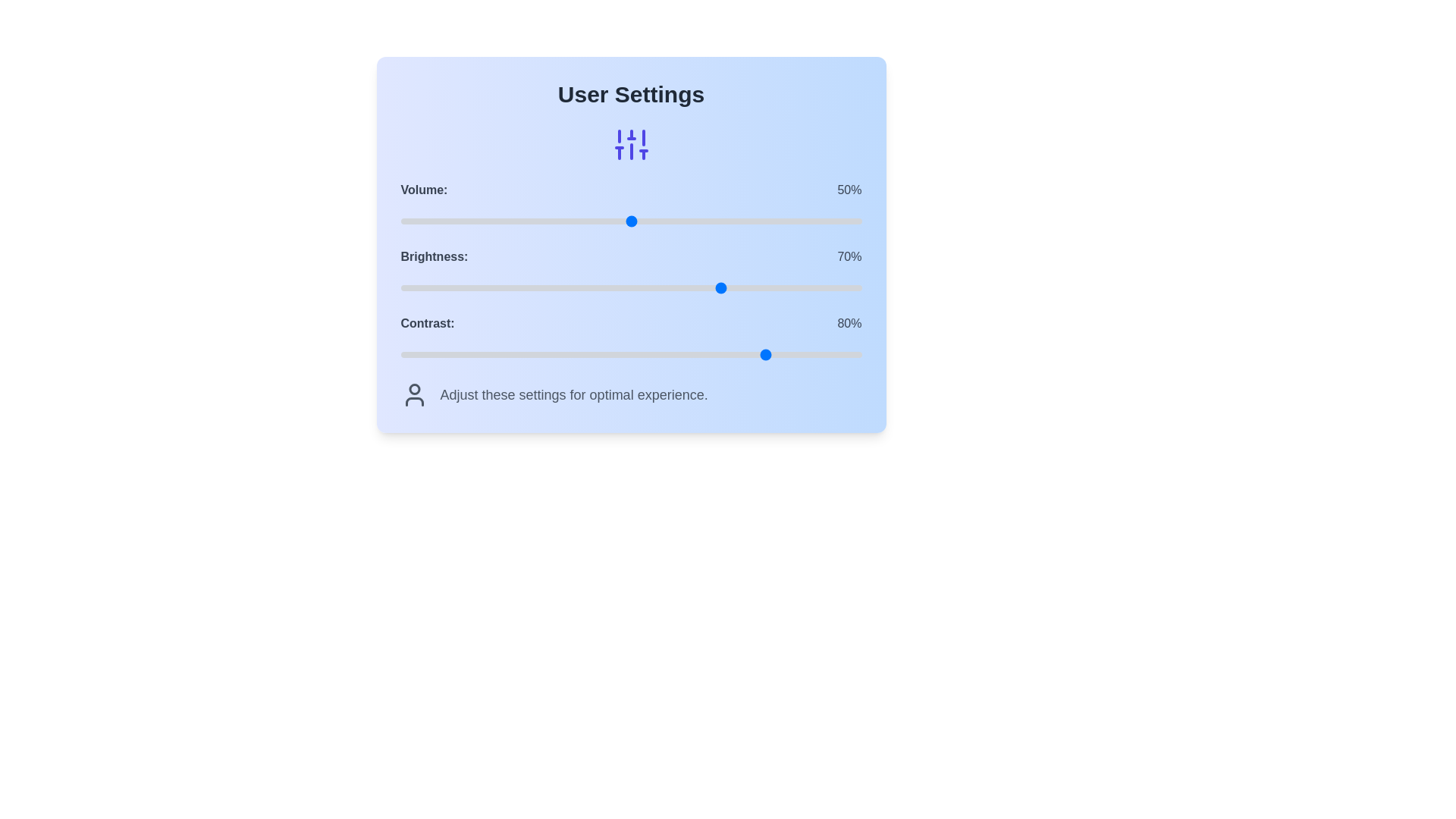 Image resolution: width=1456 pixels, height=819 pixels. I want to click on the contrast, so click(733, 354).